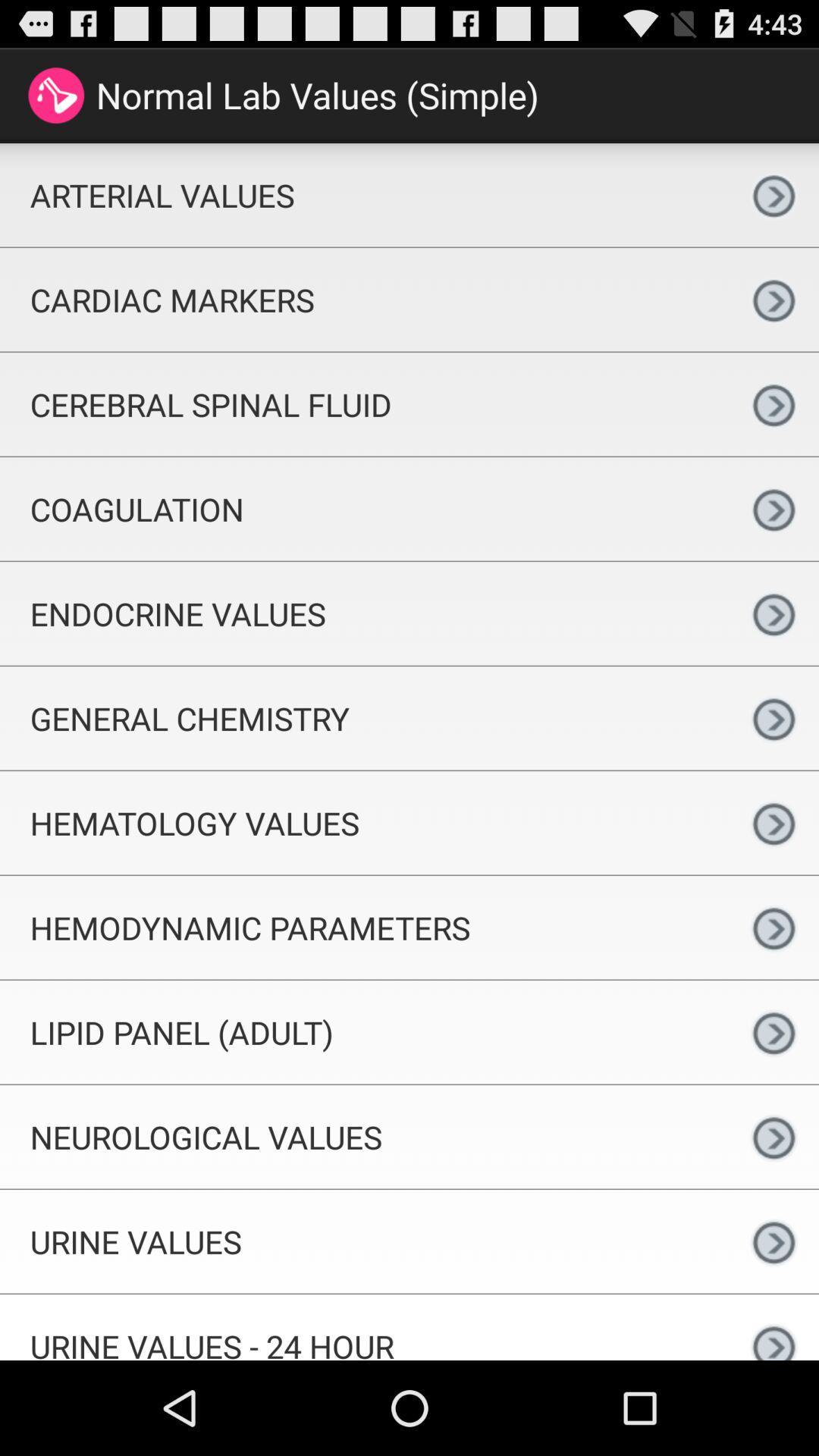 This screenshot has width=819, height=1456. I want to click on the hemodynamic parameters, so click(364, 927).